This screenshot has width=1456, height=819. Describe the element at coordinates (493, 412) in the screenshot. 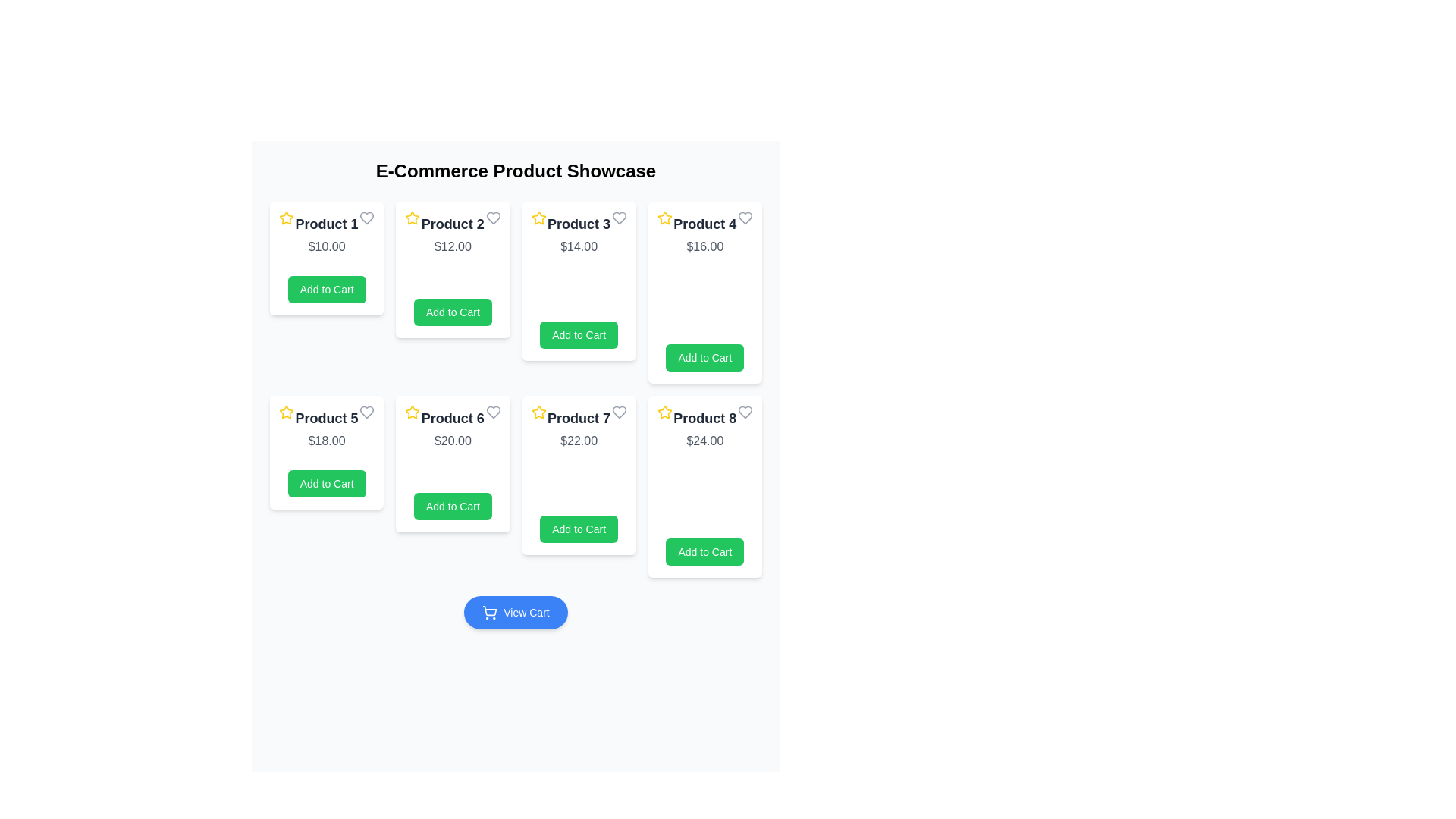

I see `the heart-shaped favorite button icon located in the top-right corner of the 'Product 6' card to favorite the product` at that location.